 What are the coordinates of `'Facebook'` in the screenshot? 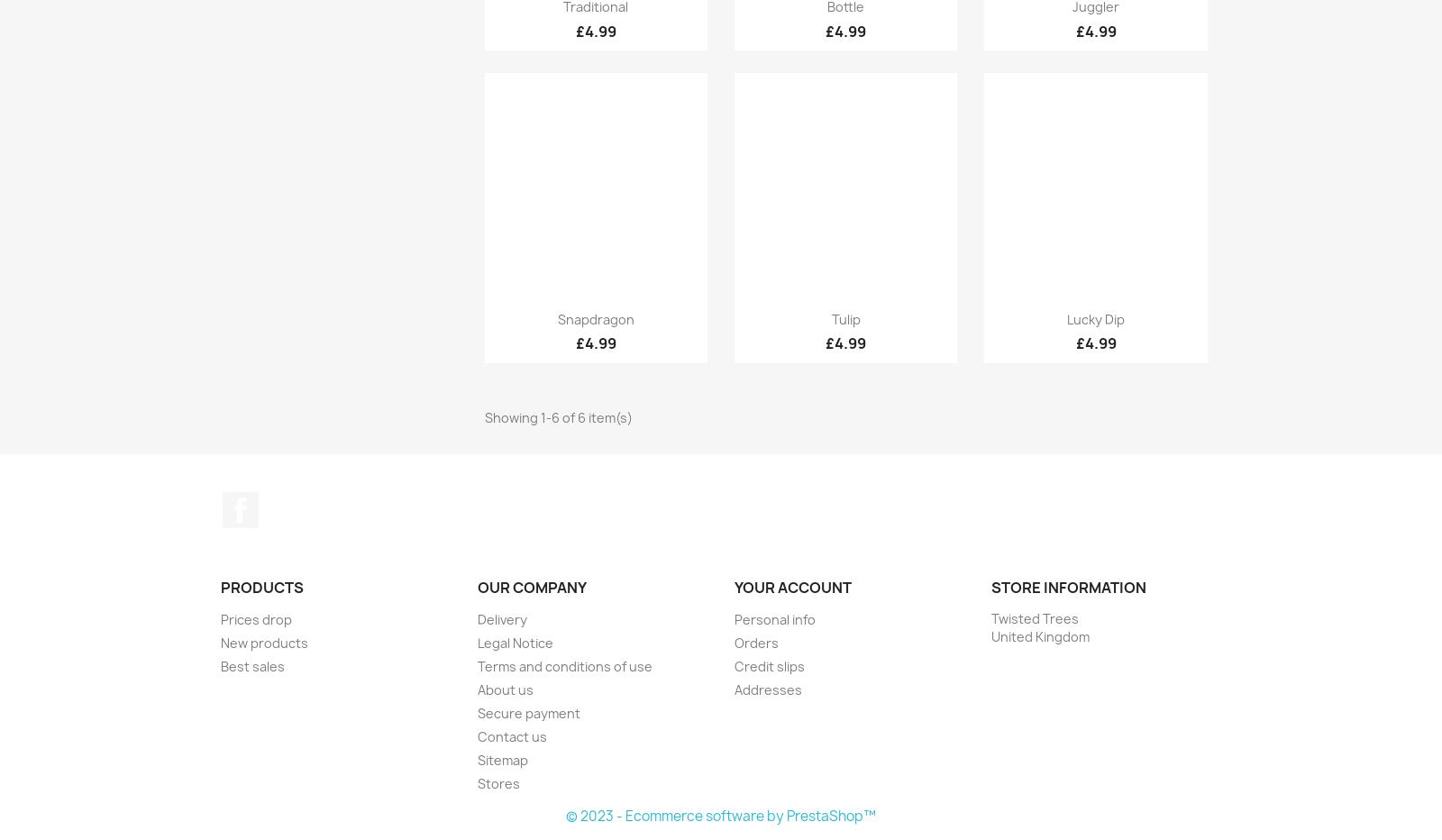 It's located at (292, 500).